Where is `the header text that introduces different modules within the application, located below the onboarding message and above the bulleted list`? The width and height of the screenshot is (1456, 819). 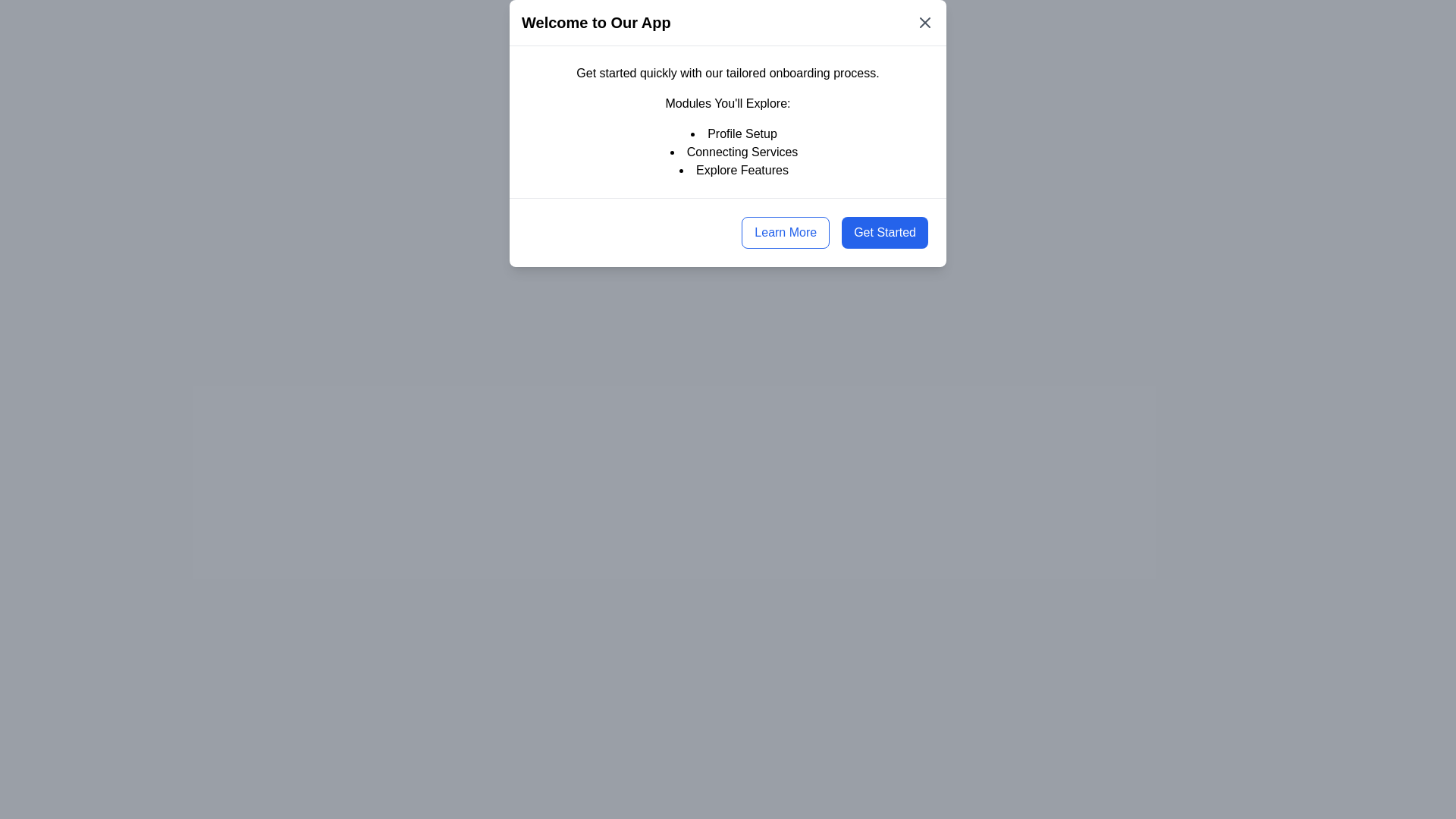
the header text that introduces different modules within the application, located below the onboarding message and above the bulleted list is located at coordinates (728, 103).